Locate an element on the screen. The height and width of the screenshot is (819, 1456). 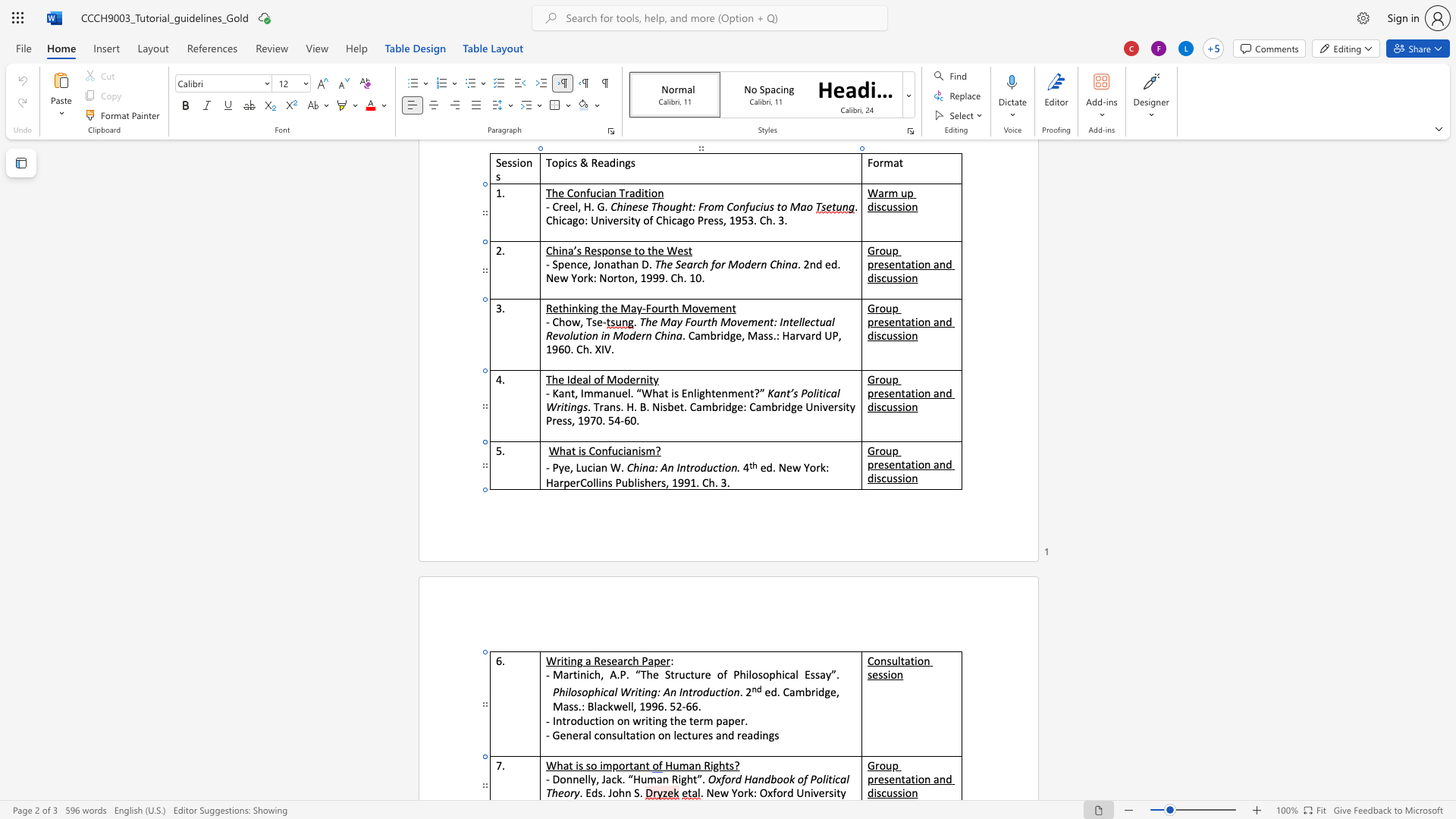
the space between the continuous character "h" and "n" in the text is located at coordinates (625, 792).